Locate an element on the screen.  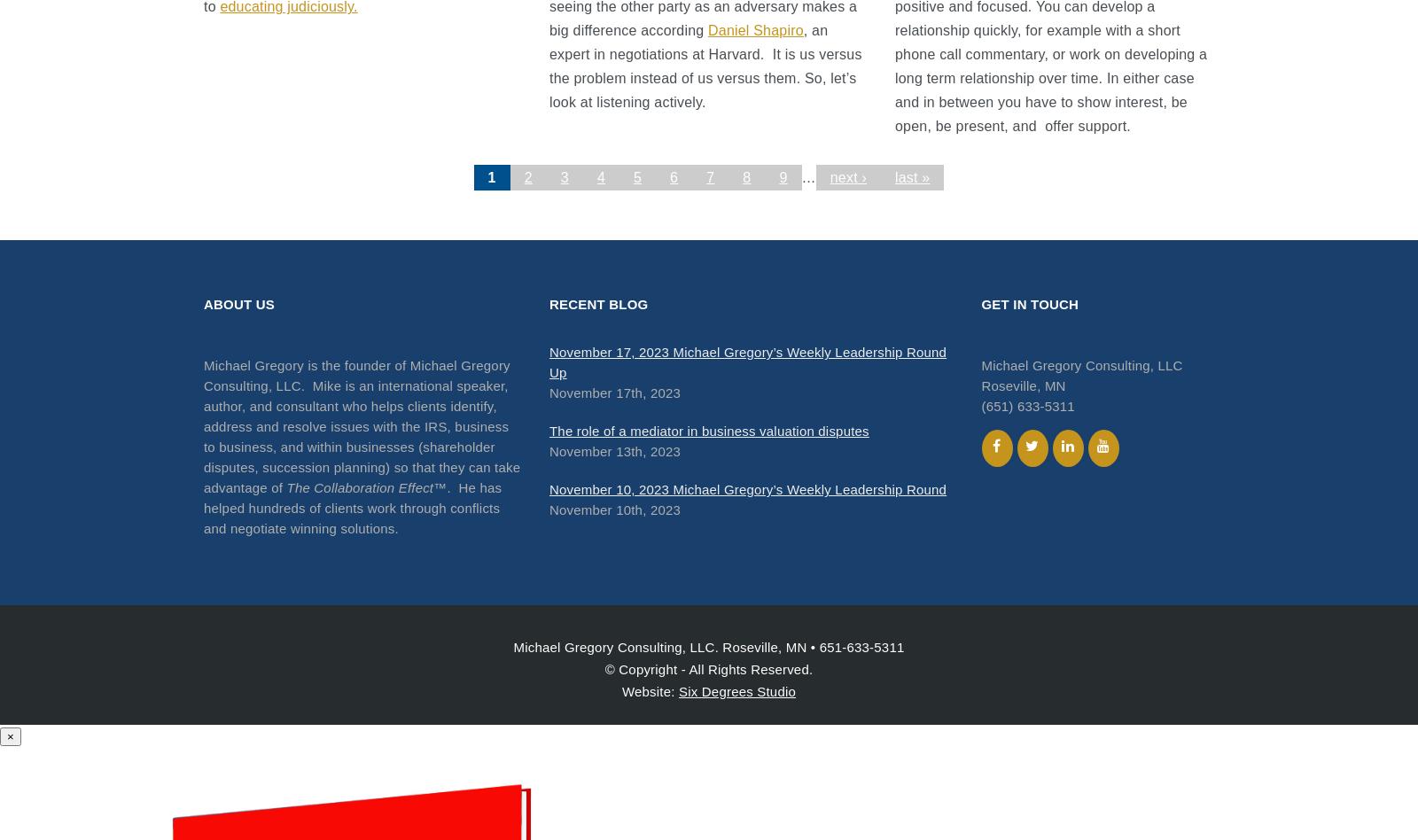
'3' is located at coordinates (564, 176).